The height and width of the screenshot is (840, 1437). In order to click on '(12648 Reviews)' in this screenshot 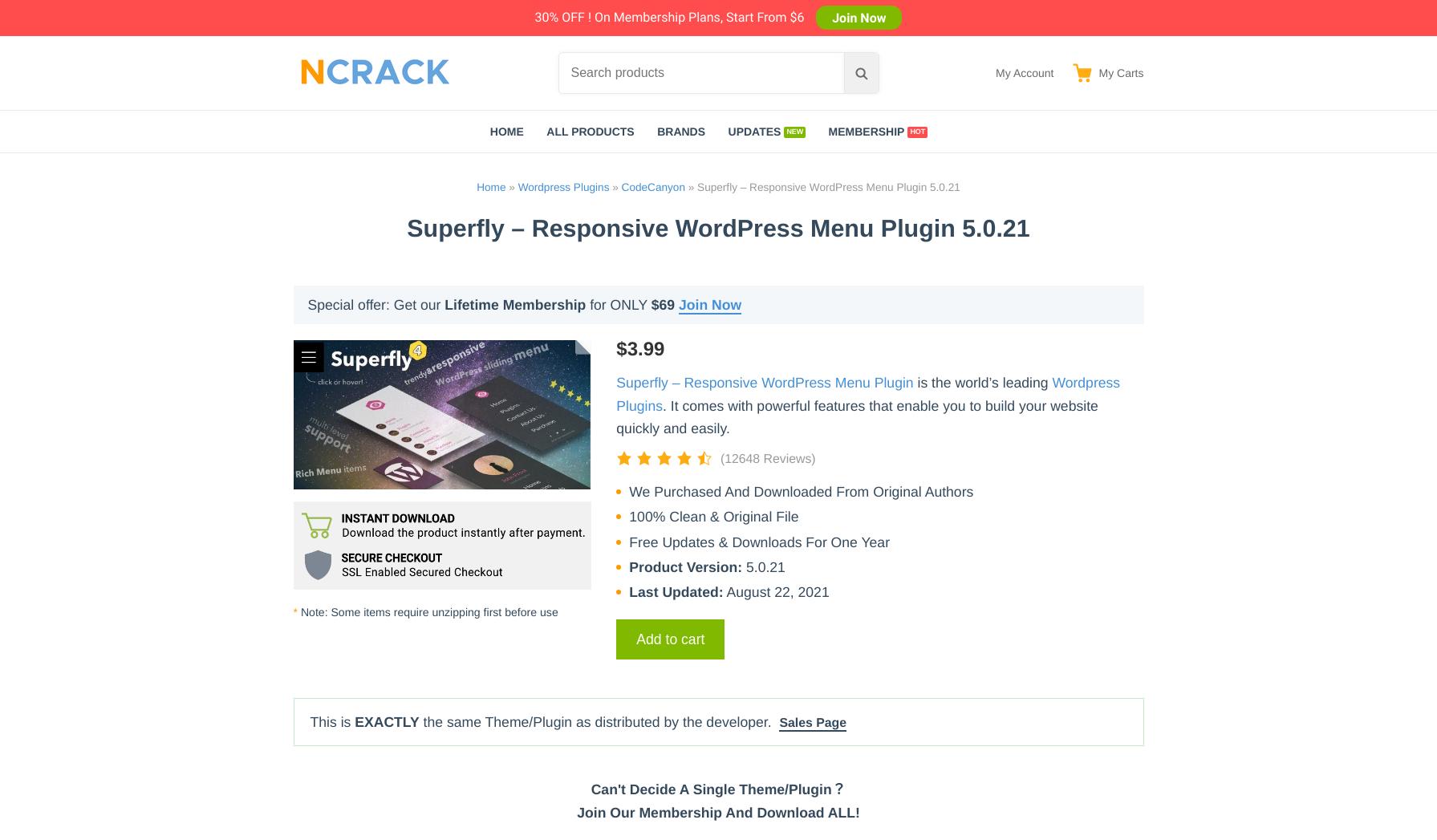, I will do `click(719, 458)`.